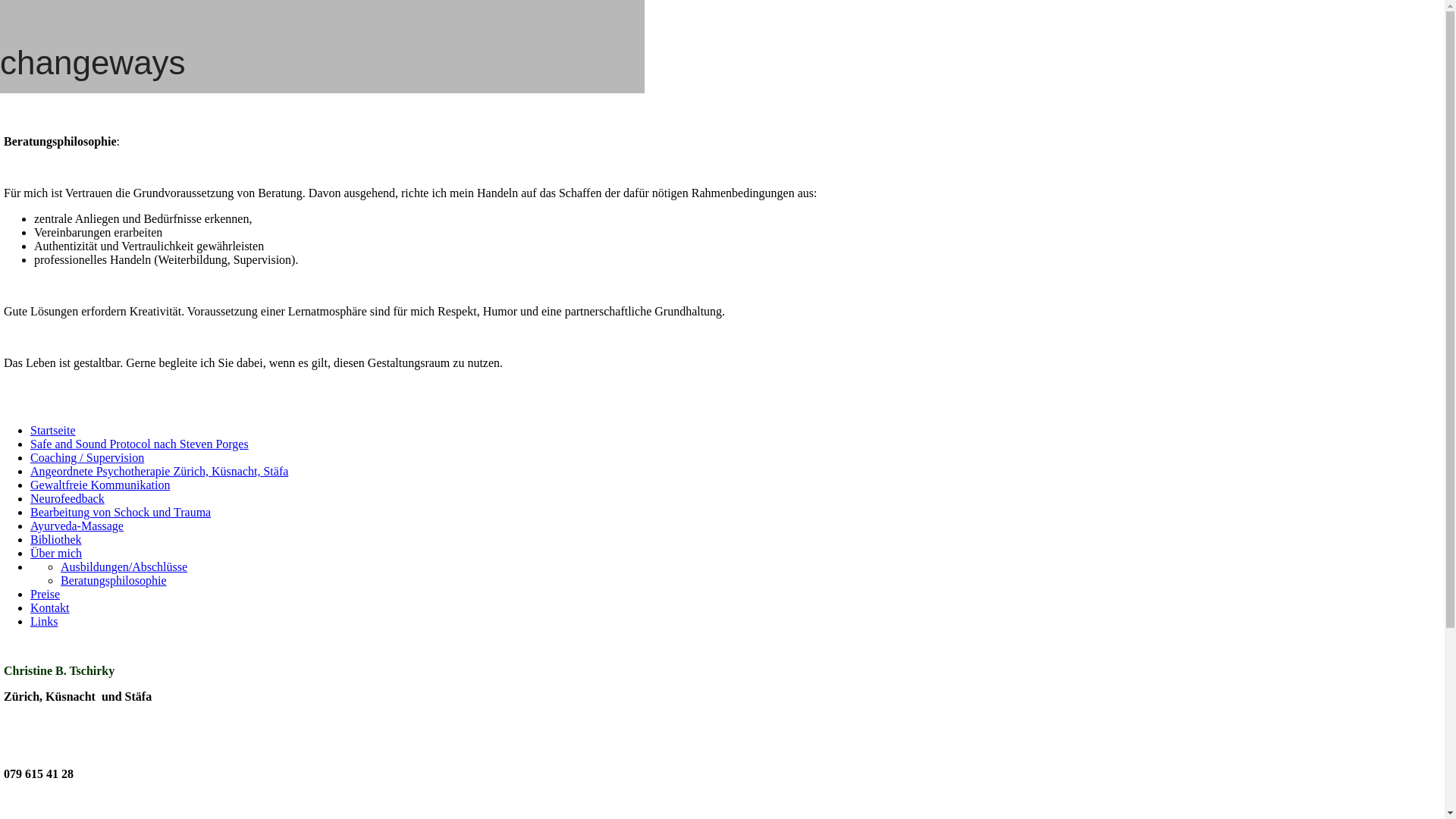 The width and height of the screenshot is (1456, 819). What do you see at coordinates (139, 444) in the screenshot?
I see `'Safe and Sound Protocol nach Steven Porges'` at bounding box center [139, 444].